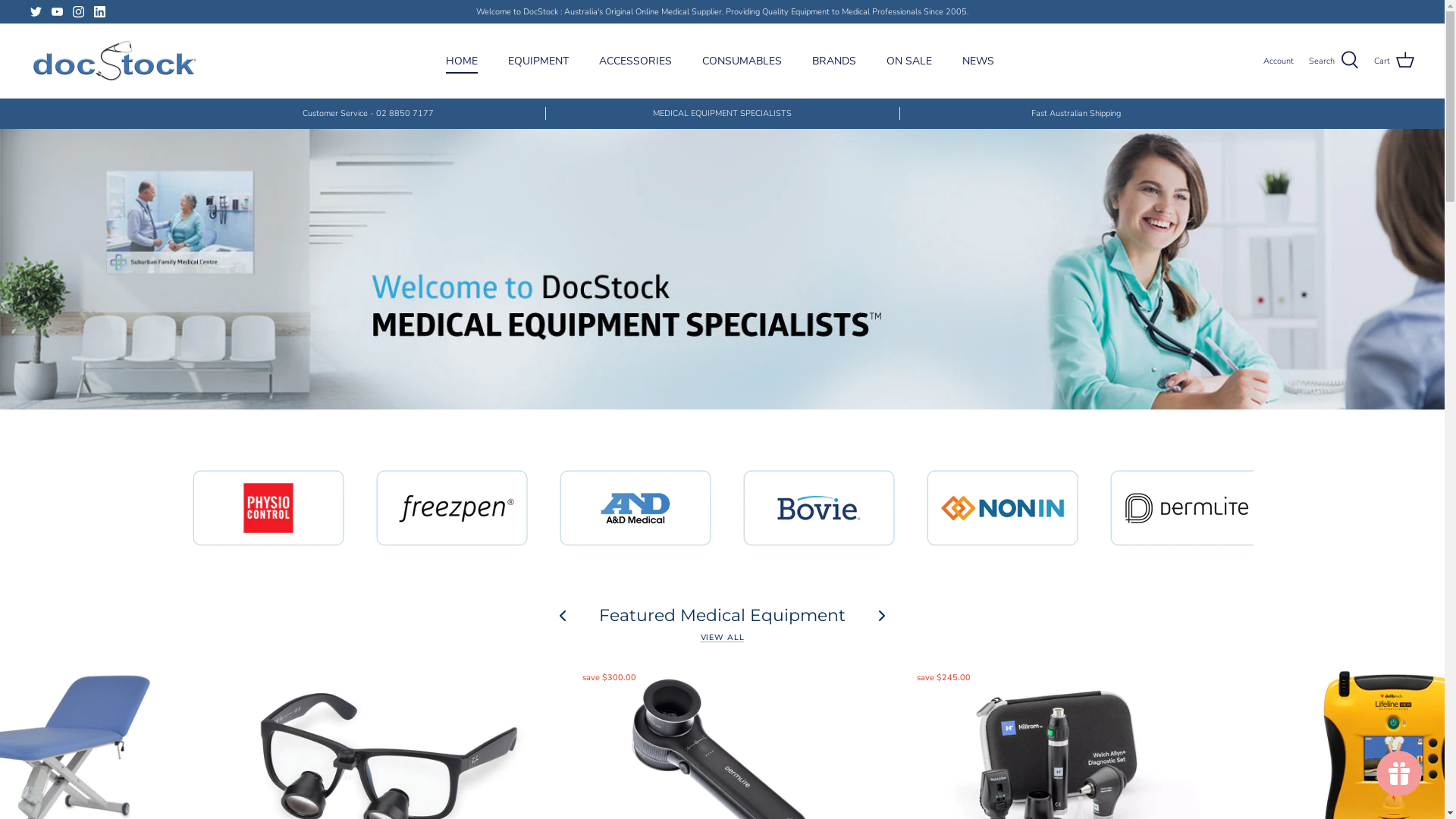  Describe the element at coordinates (1398, 773) in the screenshot. I see `'Smile.io Rewards Program Launcher'` at that location.